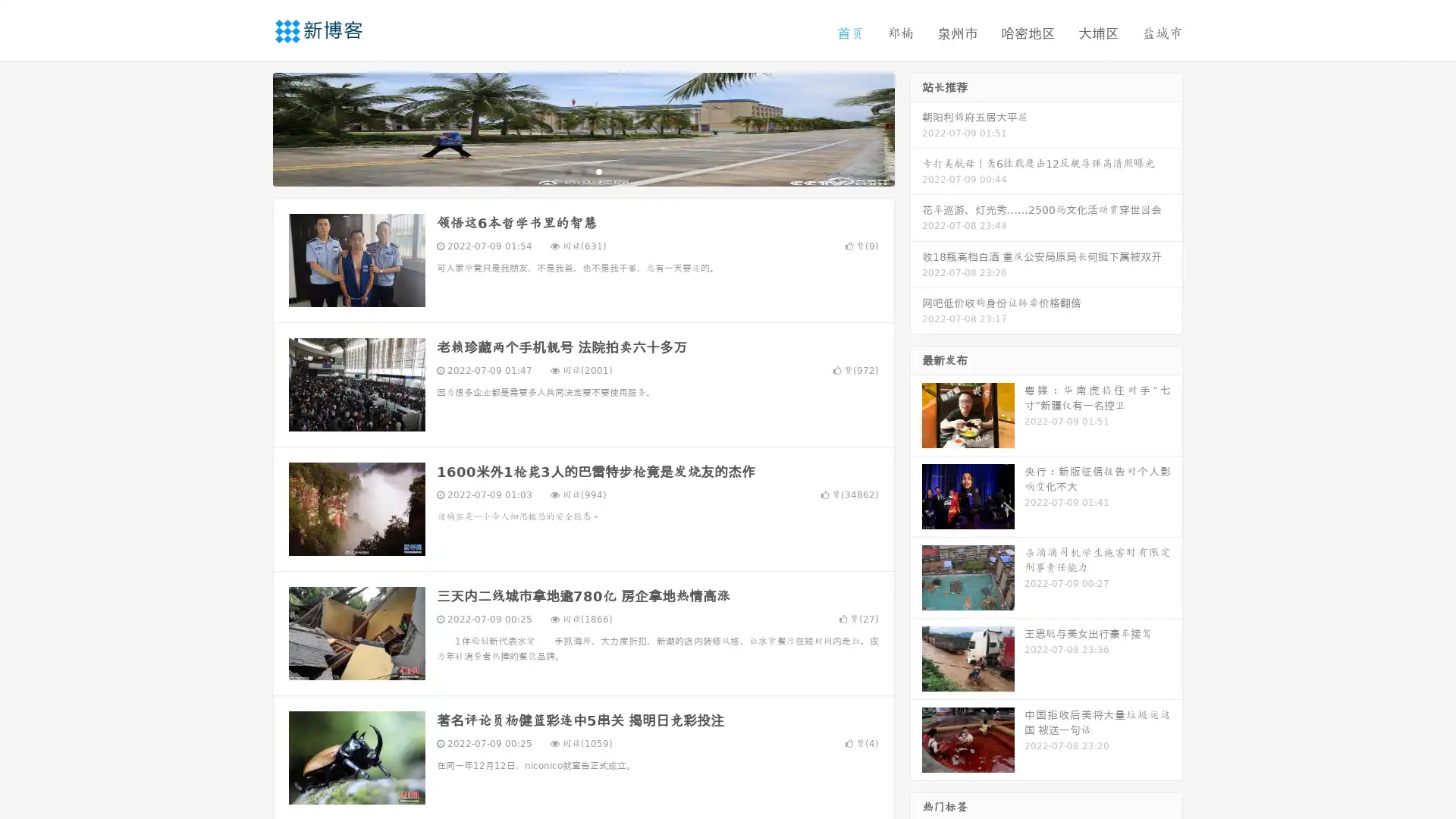 This screenshot has height=819, width=1456. Describe the element at coordinates (916, 127) in the screenshot. I see `Next slide` at that location.